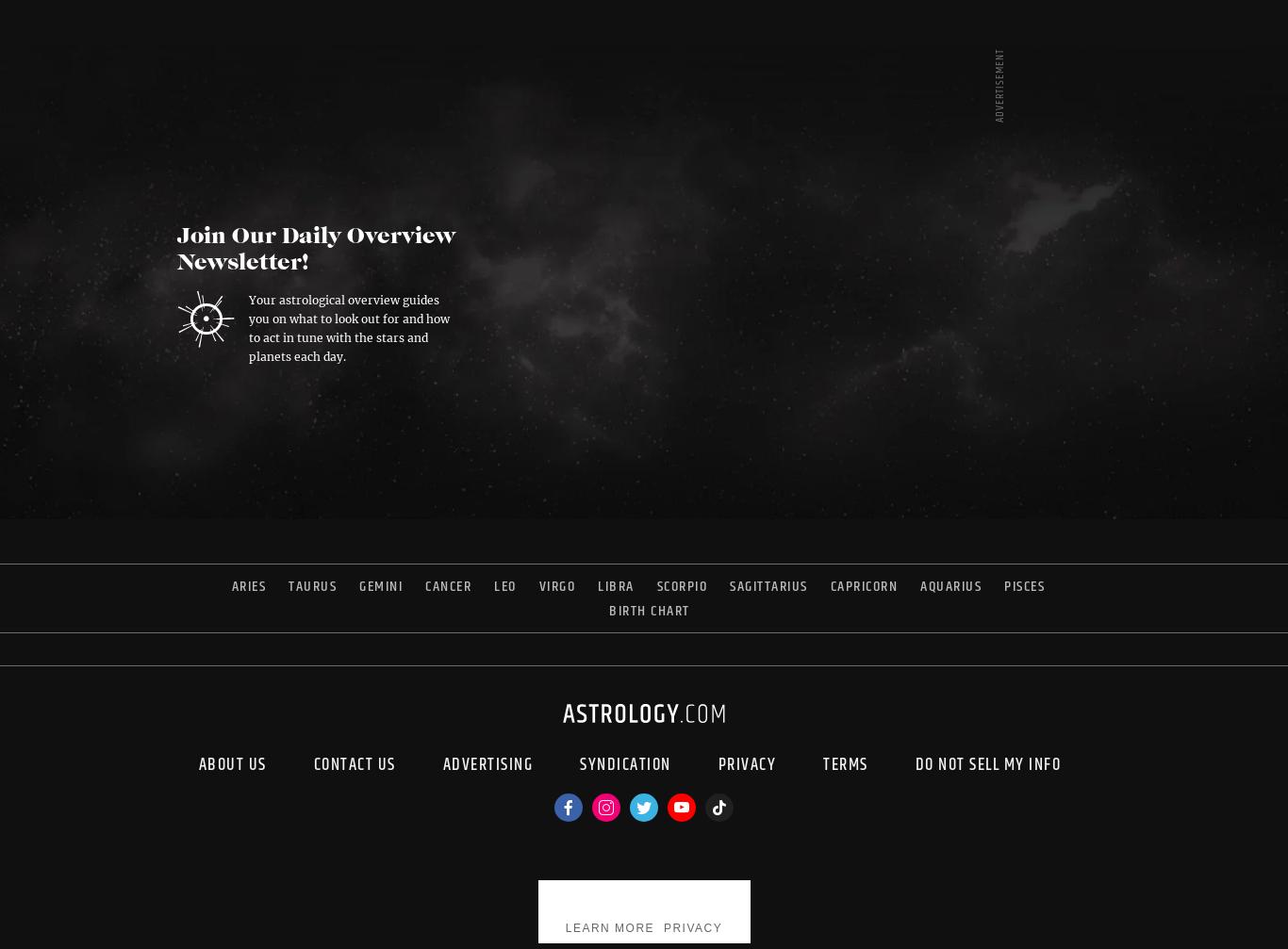  I want to click on 'Learn More', so click(608, 927).